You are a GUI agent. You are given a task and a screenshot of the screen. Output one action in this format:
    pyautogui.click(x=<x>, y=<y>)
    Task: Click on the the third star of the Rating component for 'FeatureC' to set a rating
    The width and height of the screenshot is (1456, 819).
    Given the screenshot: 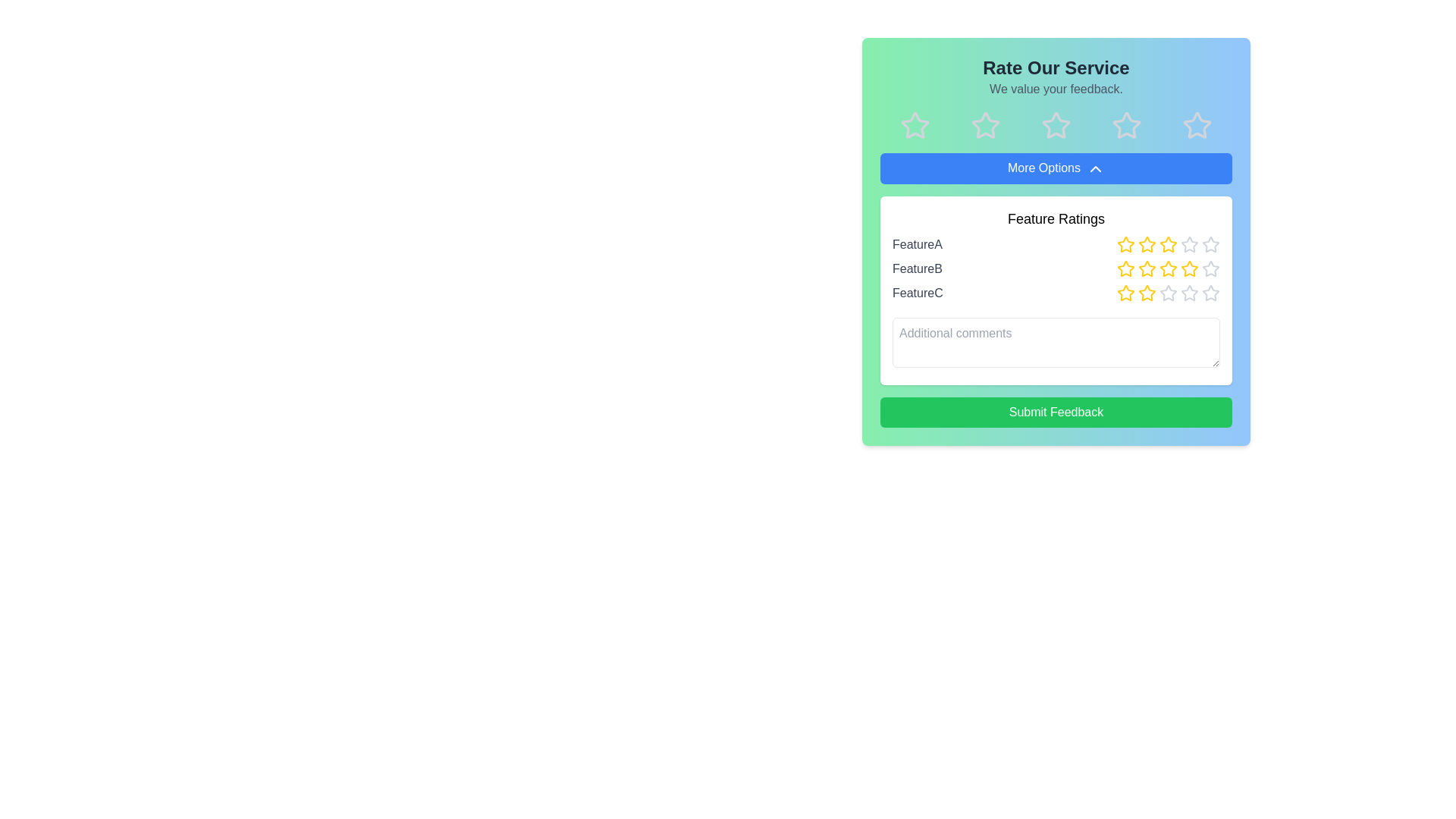 What is the action you would take?
    pyautogui.click(x=1167, y=292)
    